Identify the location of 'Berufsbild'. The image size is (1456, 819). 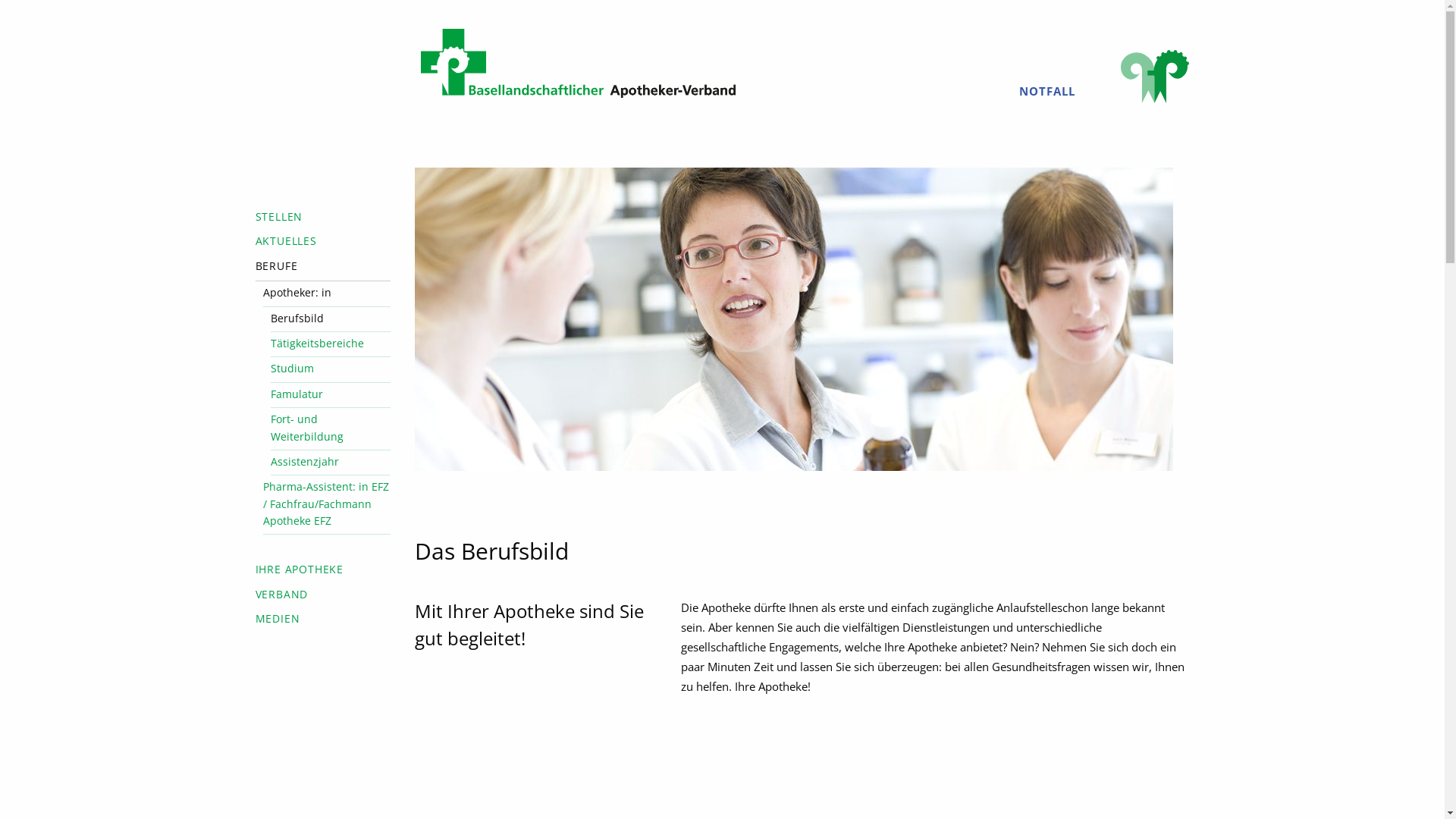
(329, 320).